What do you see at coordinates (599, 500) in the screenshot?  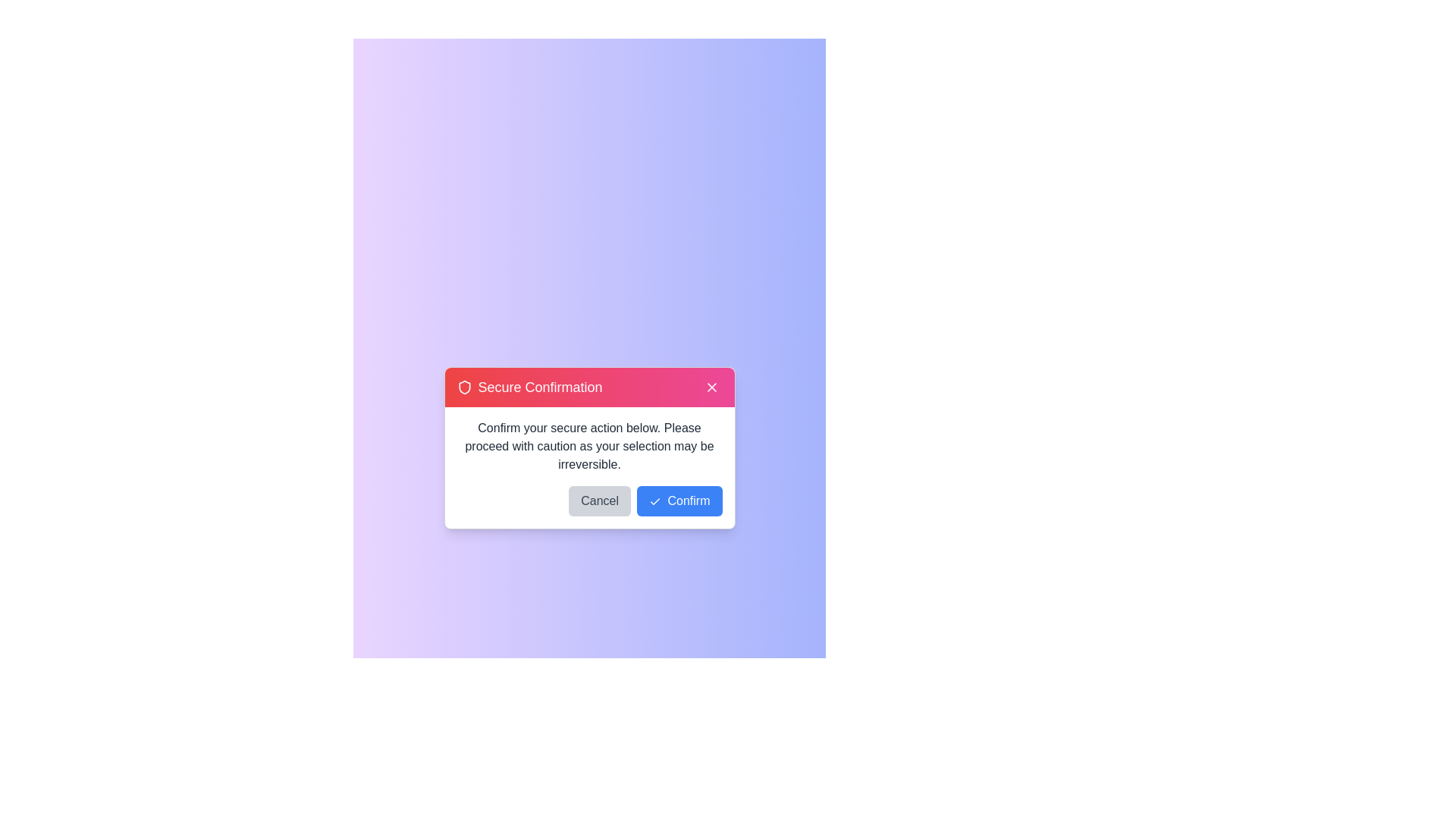 I see `the 'Cancel' button, which is a rectangular button with a gray background located to the left of the blue 'Confirm' button in the bottom-right portion of the dialog box` at bounding box center [599, 500].